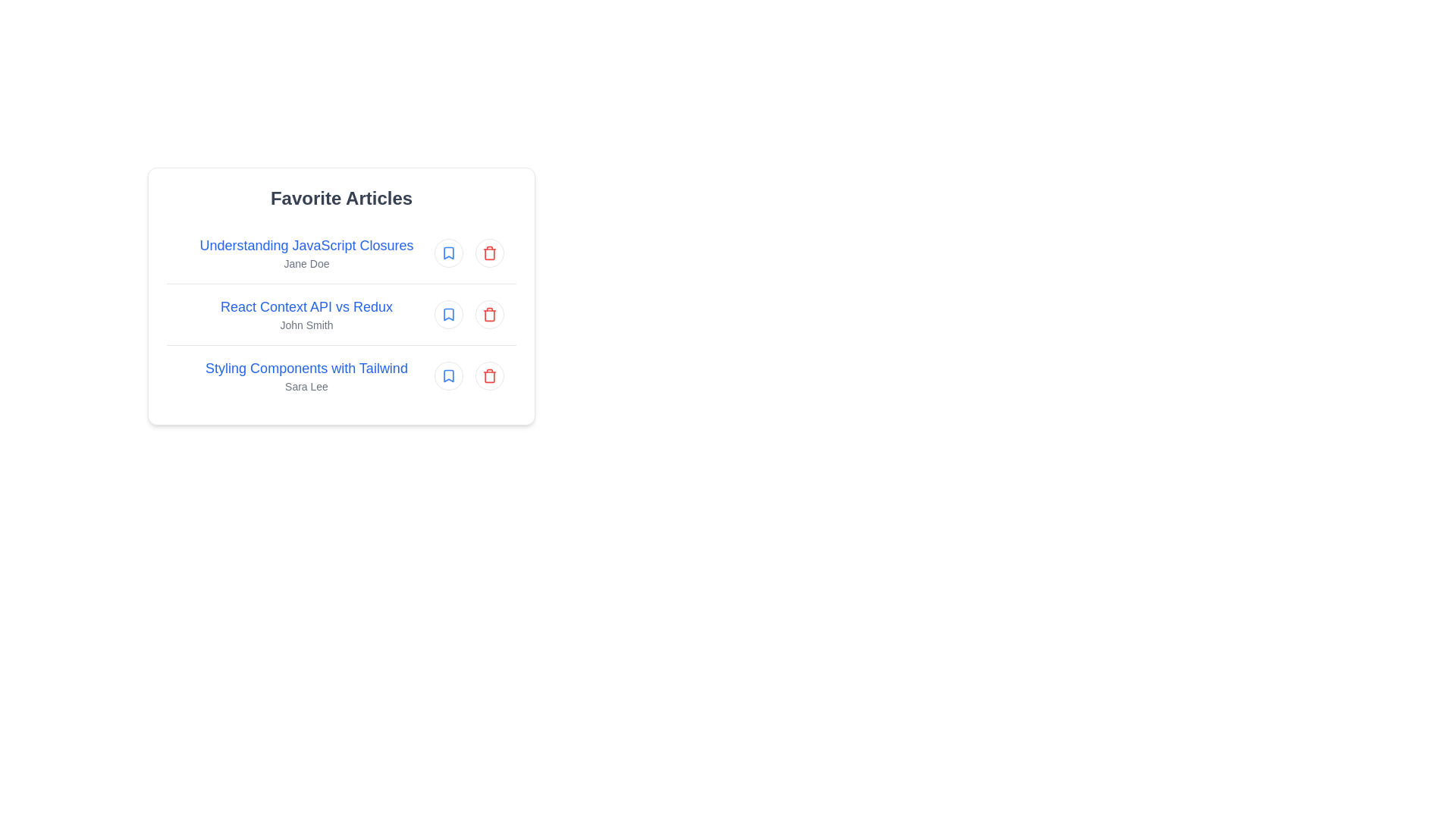 The width and height of the screenshot is (1456, 819). I want to click on the article title Styling Components with Tailwind to read more, so click(306, 369).